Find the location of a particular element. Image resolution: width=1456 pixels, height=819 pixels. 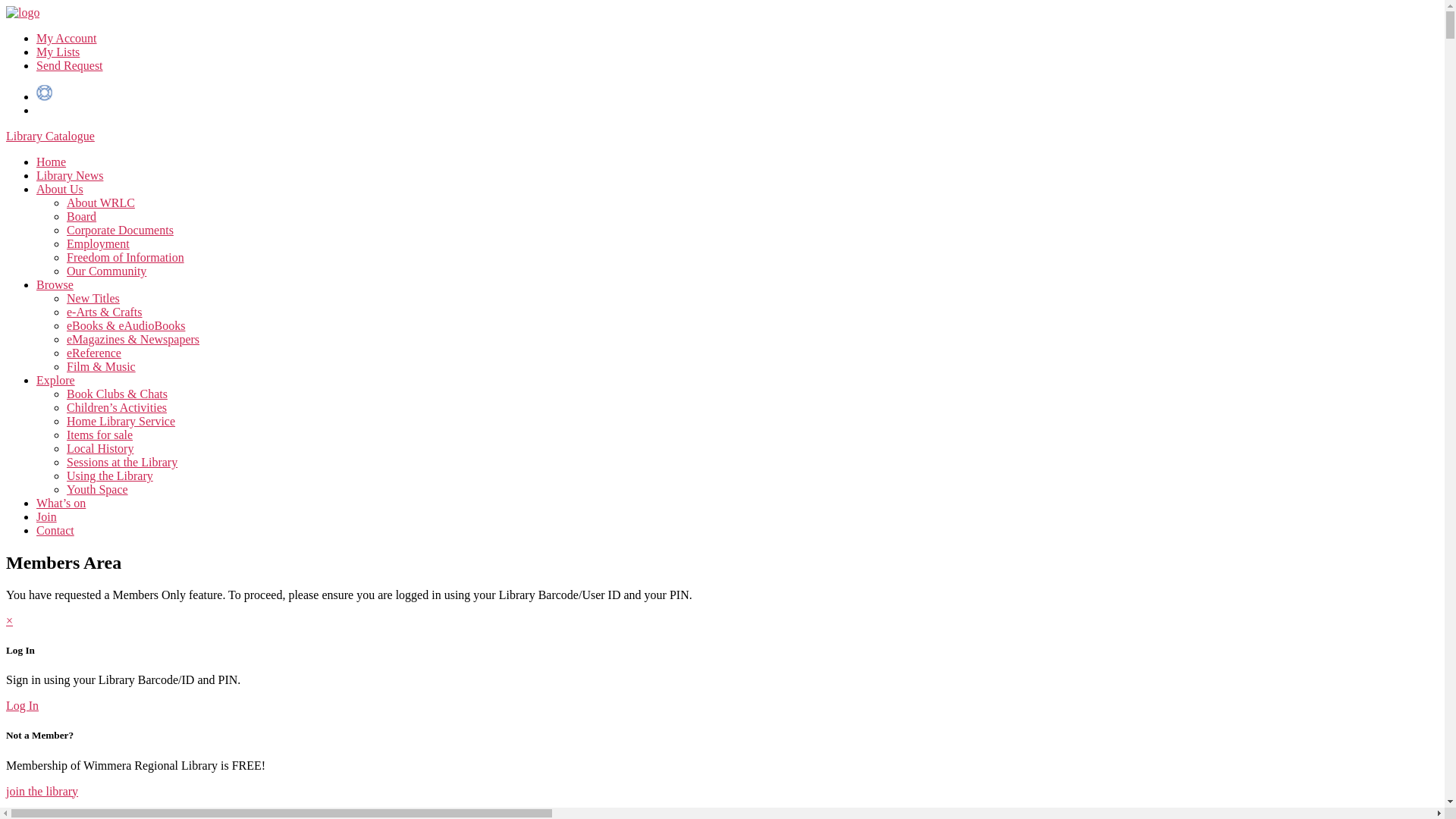

'eMagazines & Newspapers' is located at coordinates (133, 338).